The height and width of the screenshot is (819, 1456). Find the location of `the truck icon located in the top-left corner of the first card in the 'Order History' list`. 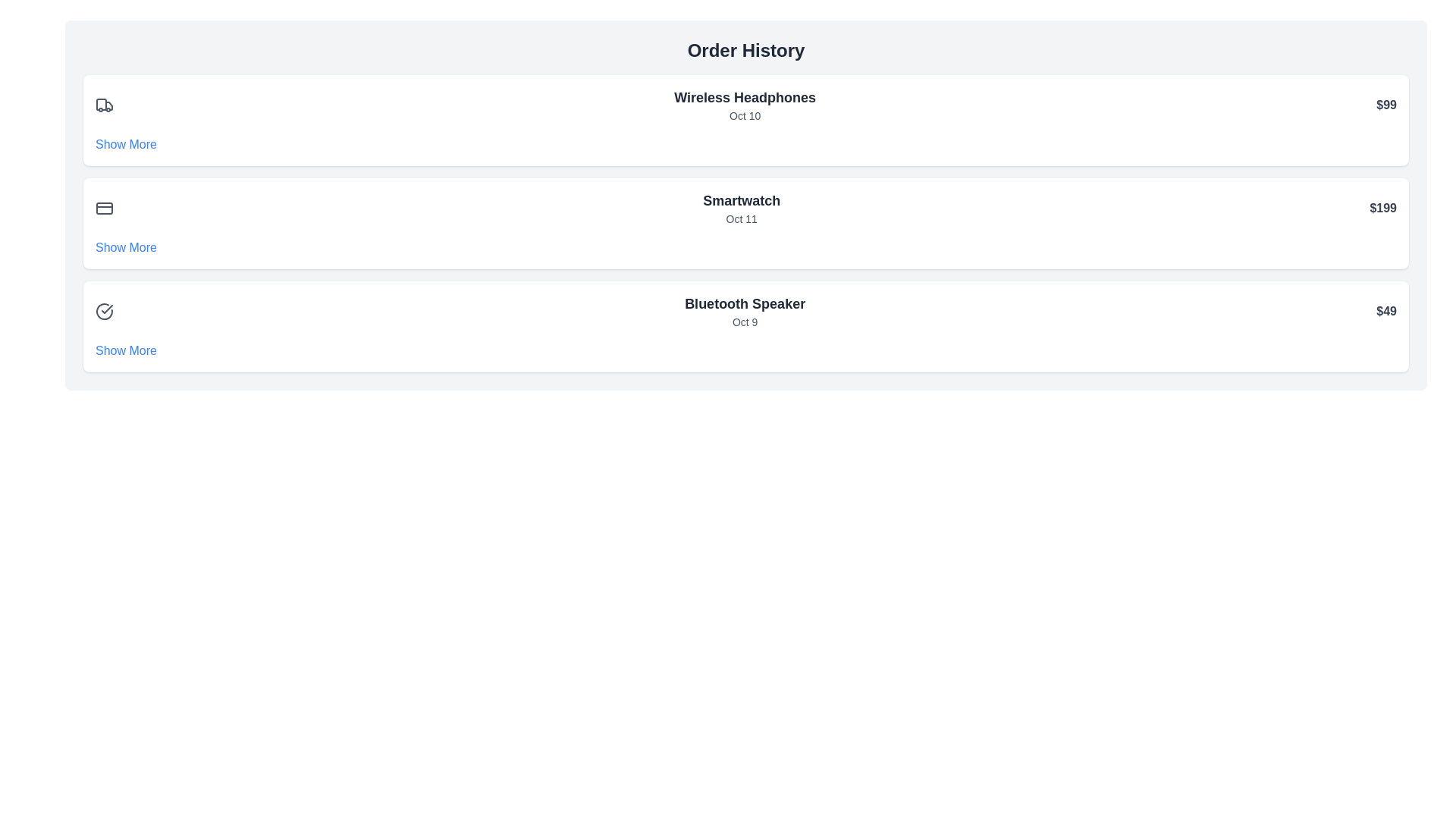

the truck icon located in the top-left corner of the first card in the 'Order History' list is located at coordinates (108, 105).